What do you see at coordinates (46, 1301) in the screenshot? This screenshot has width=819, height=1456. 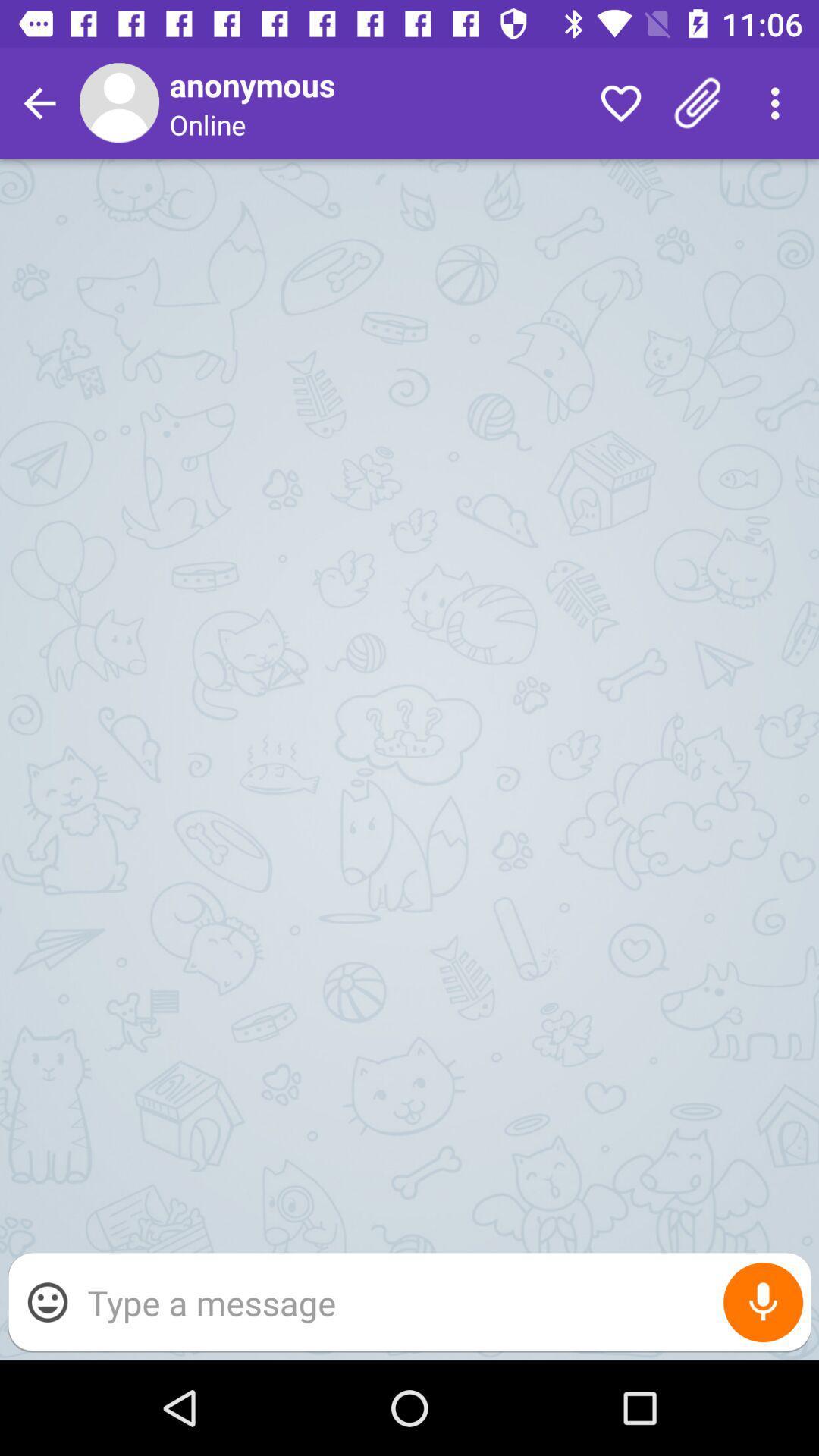 I see `the emoji icon` at bounding box center [46, 1301].